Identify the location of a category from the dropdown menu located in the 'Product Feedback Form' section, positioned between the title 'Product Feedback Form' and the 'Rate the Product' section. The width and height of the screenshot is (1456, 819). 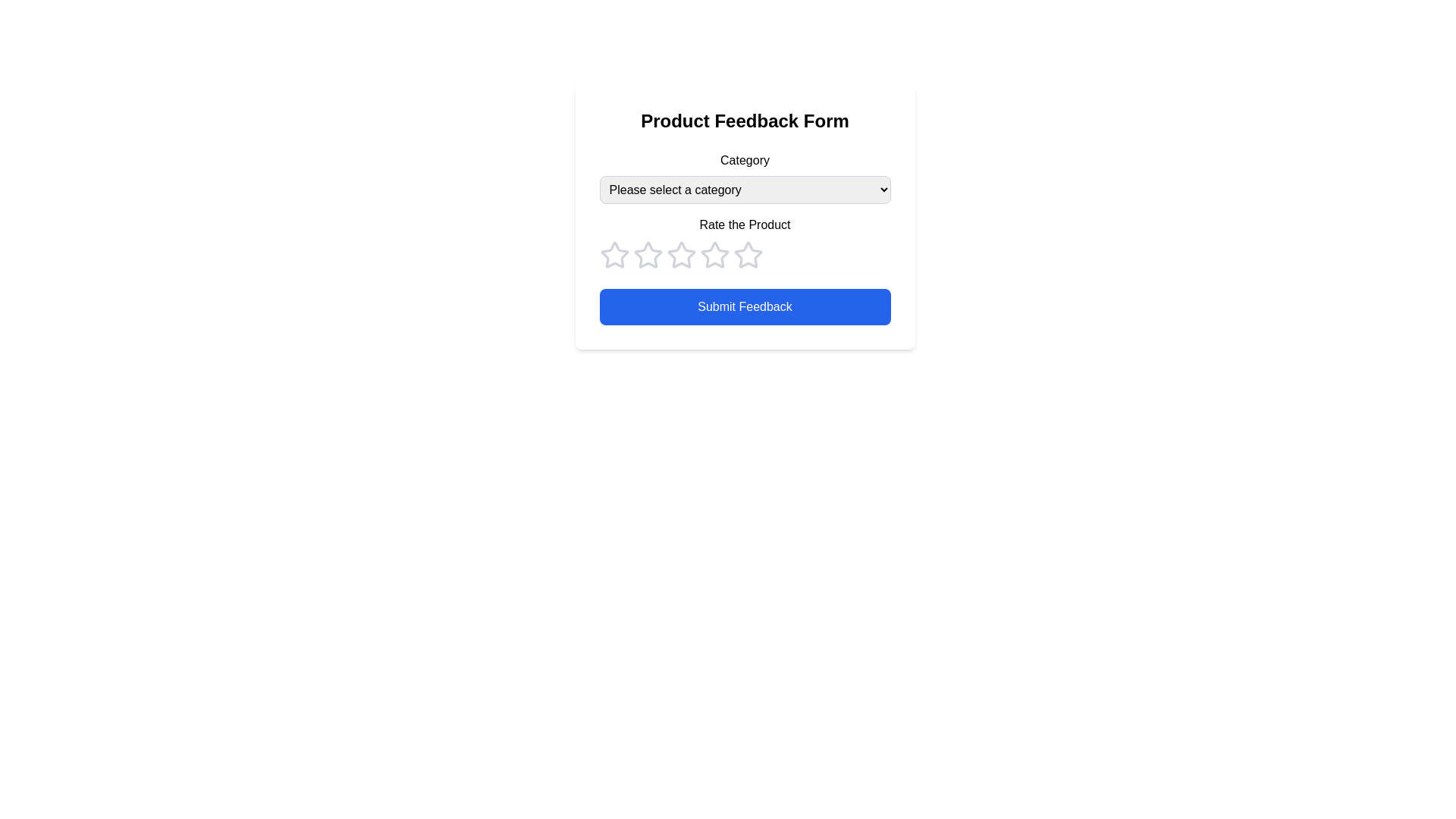
(745, 177).